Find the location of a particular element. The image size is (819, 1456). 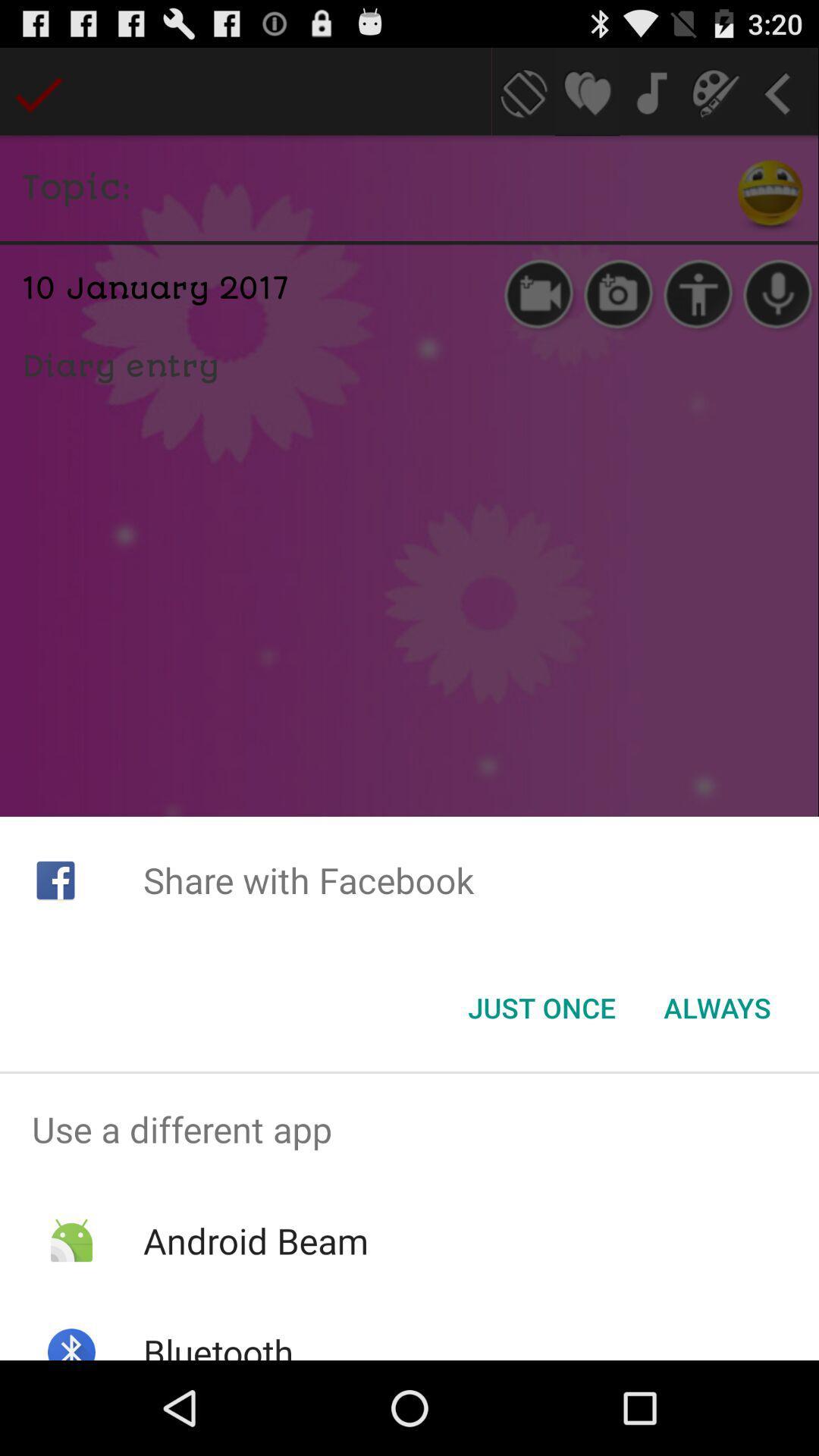

bluetooth item is located at coordinates (218, 1344).